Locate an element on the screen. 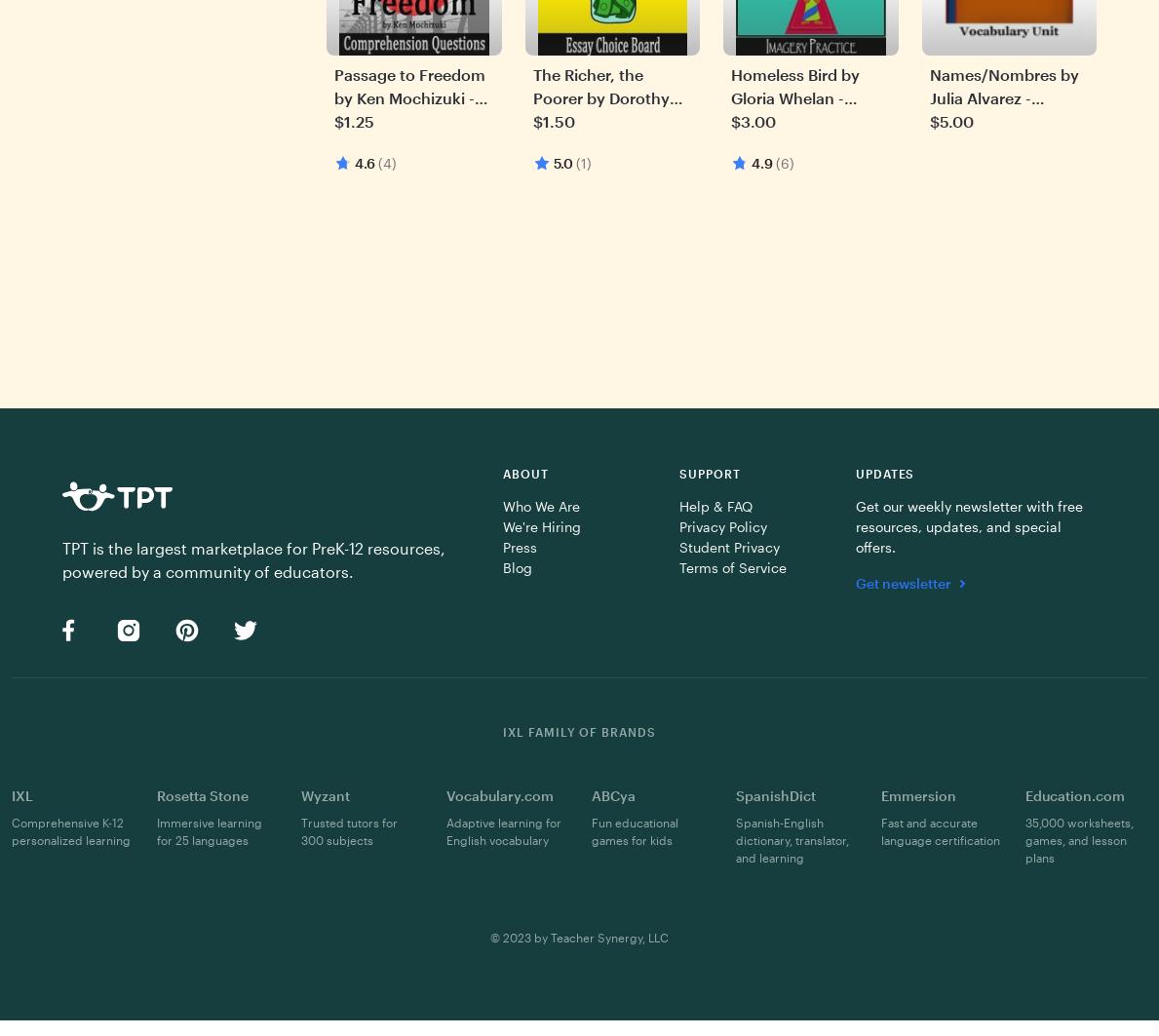  '5.0' is located at coordinates (561, 162).